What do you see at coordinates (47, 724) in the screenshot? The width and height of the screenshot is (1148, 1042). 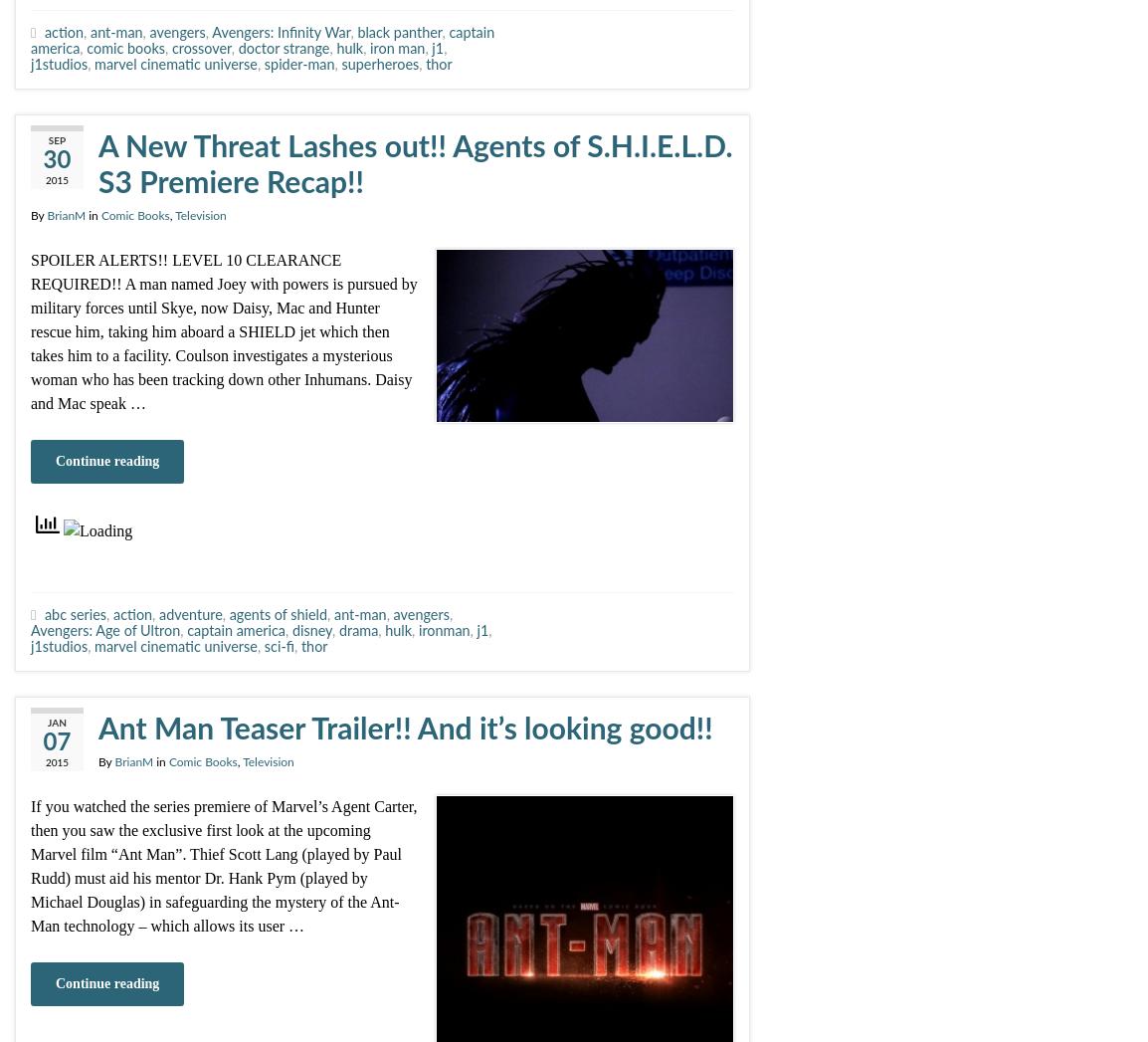 I see `'Jan'` at bounding box center [47, 724].